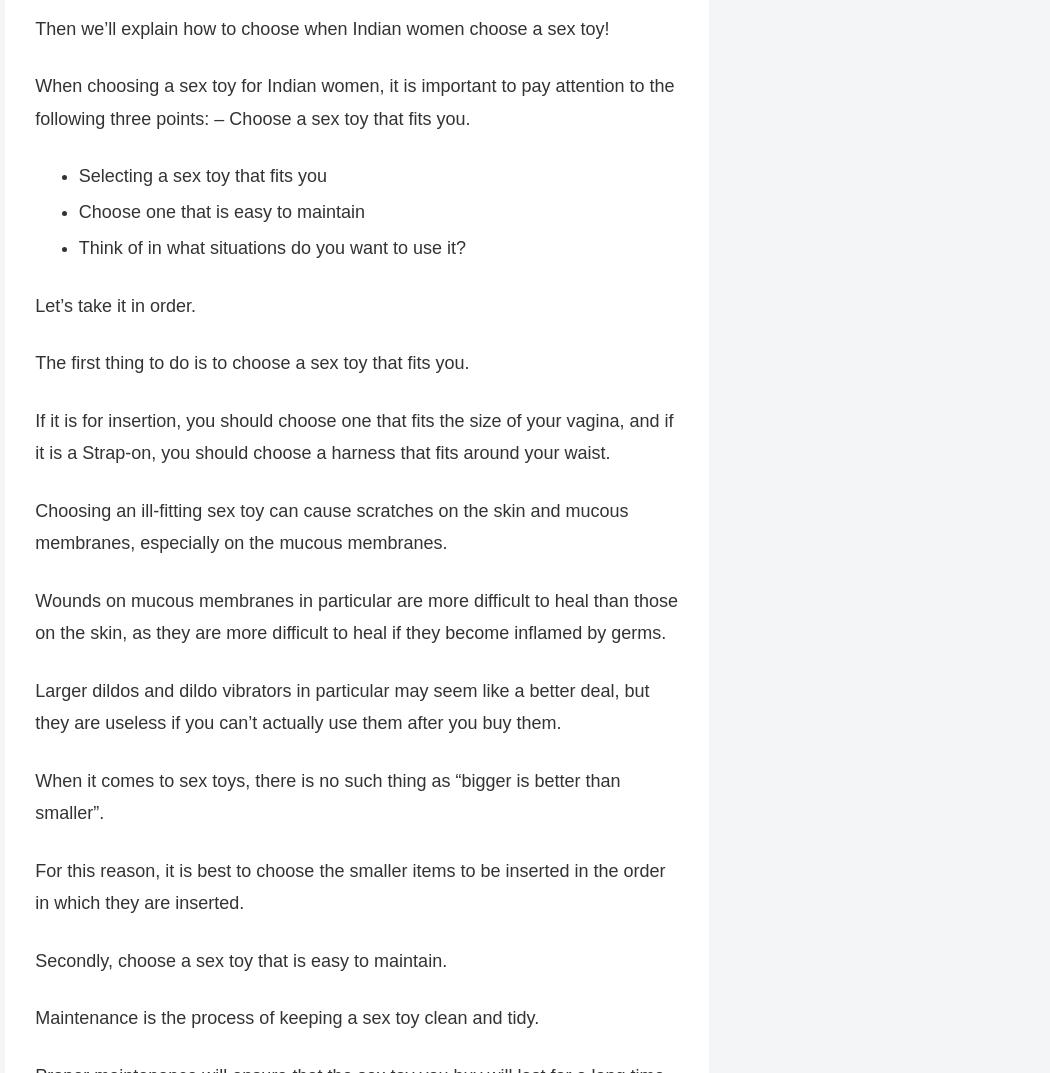 Image resolution: width=1050 pixels, height=1073 pixels. I want to click on 'Wounds on mucous membranes in particular are more difficult to heal than those on the skin, as they are more difficult to heal if they become inflamed by germs.', so click(34, 617).